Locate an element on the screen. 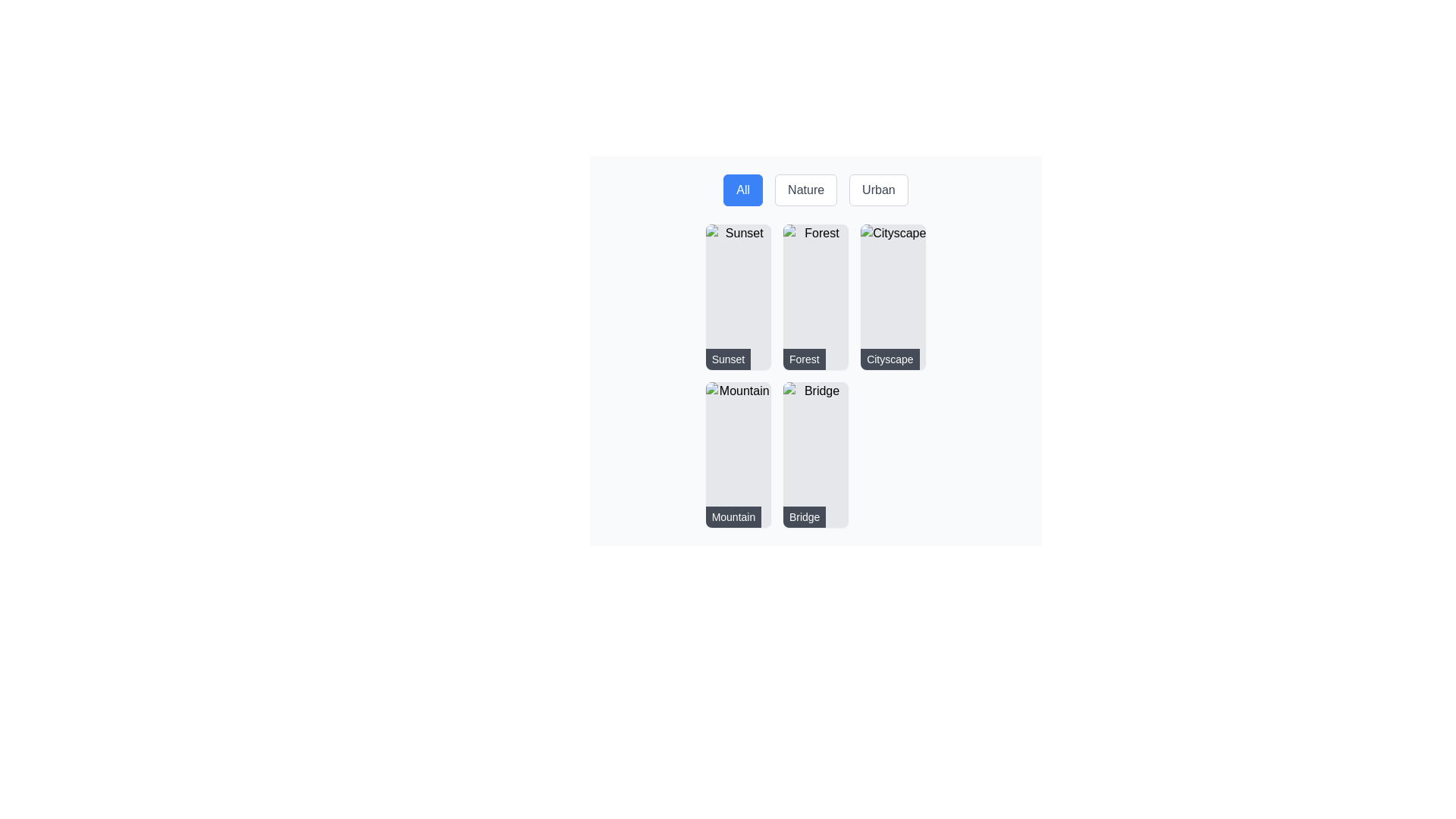  the 'Forest' card is located at coordinates (814, 297).